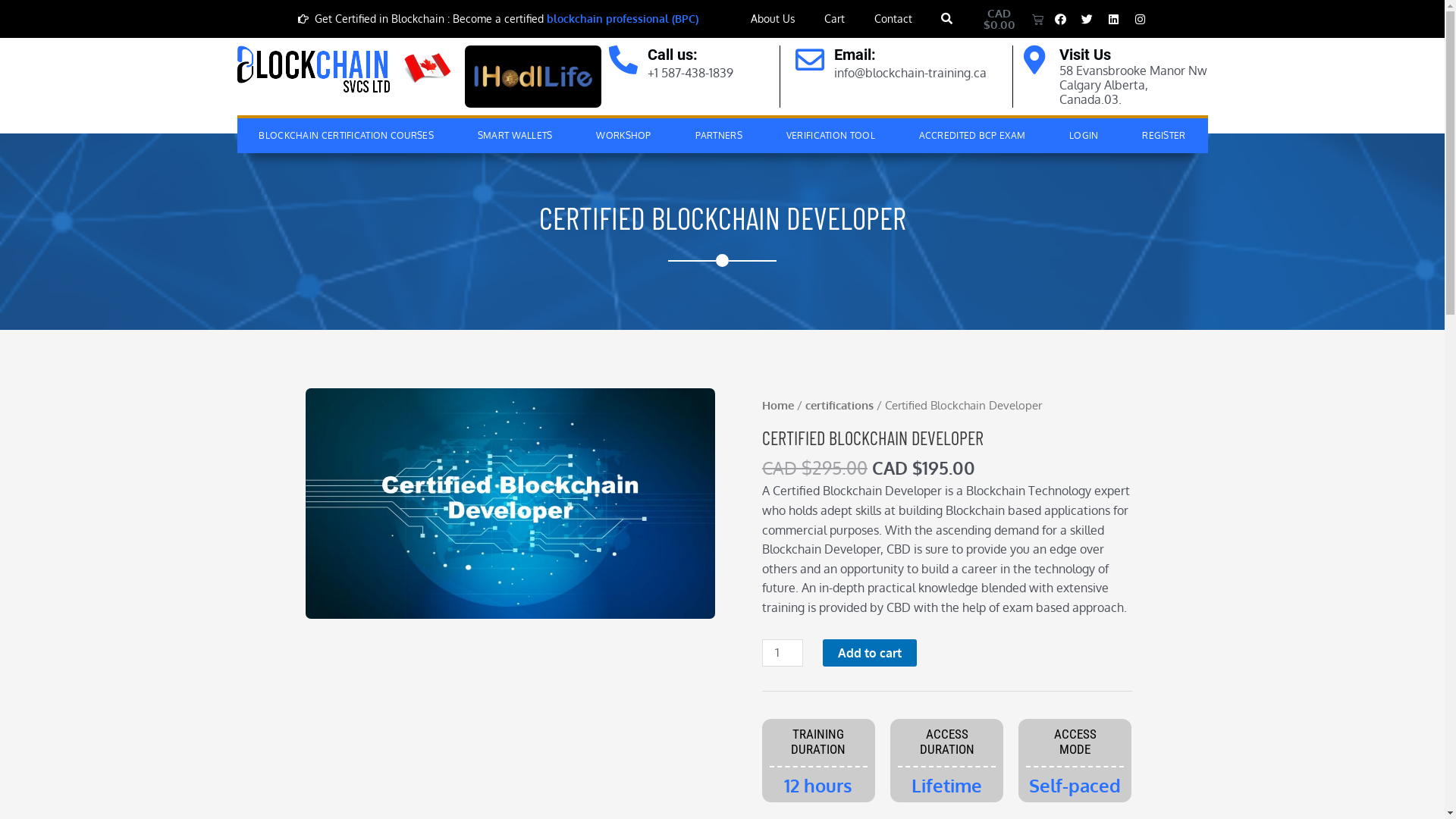 This screenshot has height=819, width=1456. What do you see at coordinates (870, 651) in the screenshot?
I see `'Add to cart'` at bounding box center [870, 651].